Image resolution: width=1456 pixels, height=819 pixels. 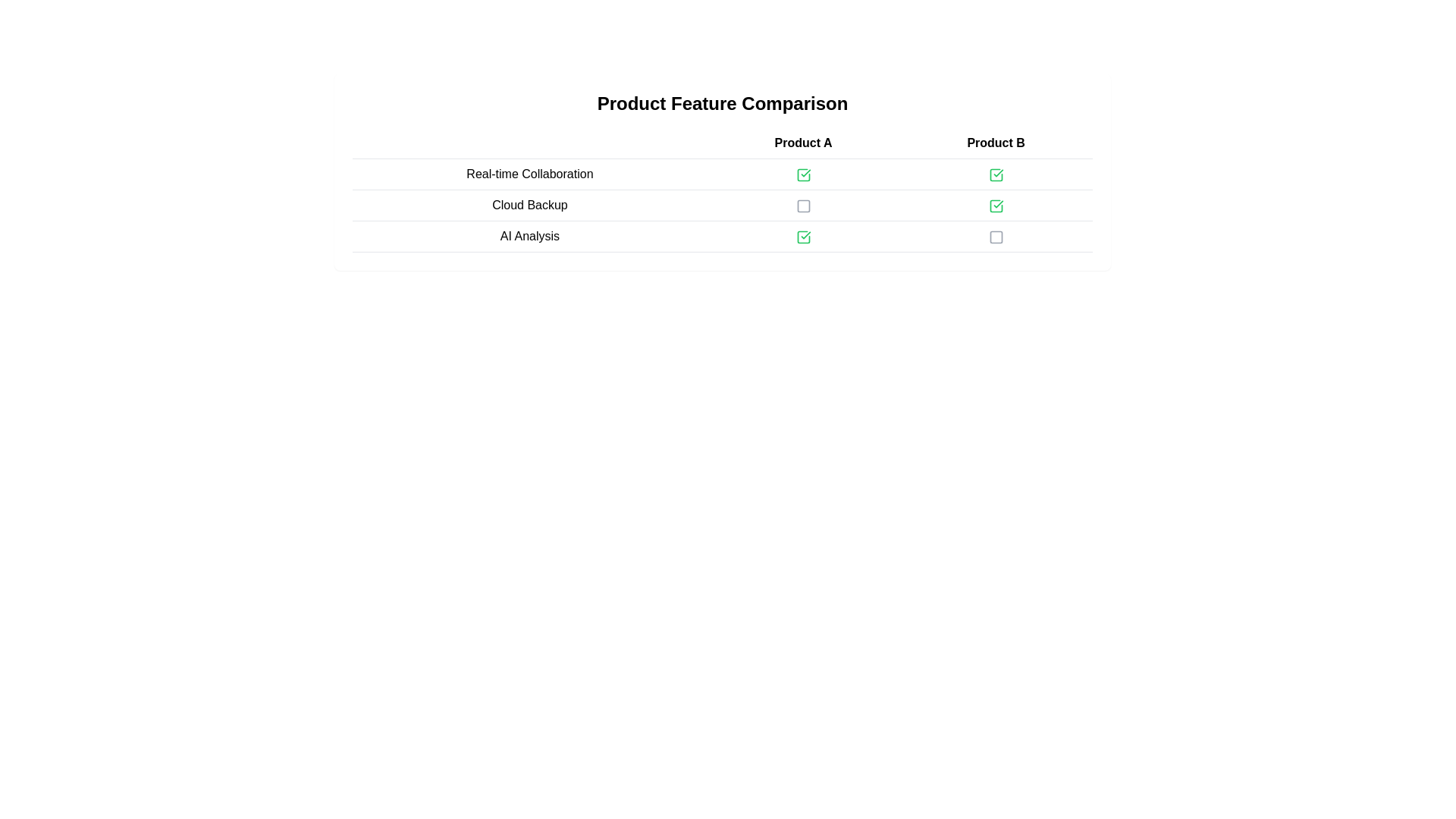 I want to click on the green checkmark icon inside the 'Product A' column for the 'Cloud Backup' feature in the second row of the 'Product Feature Comparison' table, so click(x=996, y=206).